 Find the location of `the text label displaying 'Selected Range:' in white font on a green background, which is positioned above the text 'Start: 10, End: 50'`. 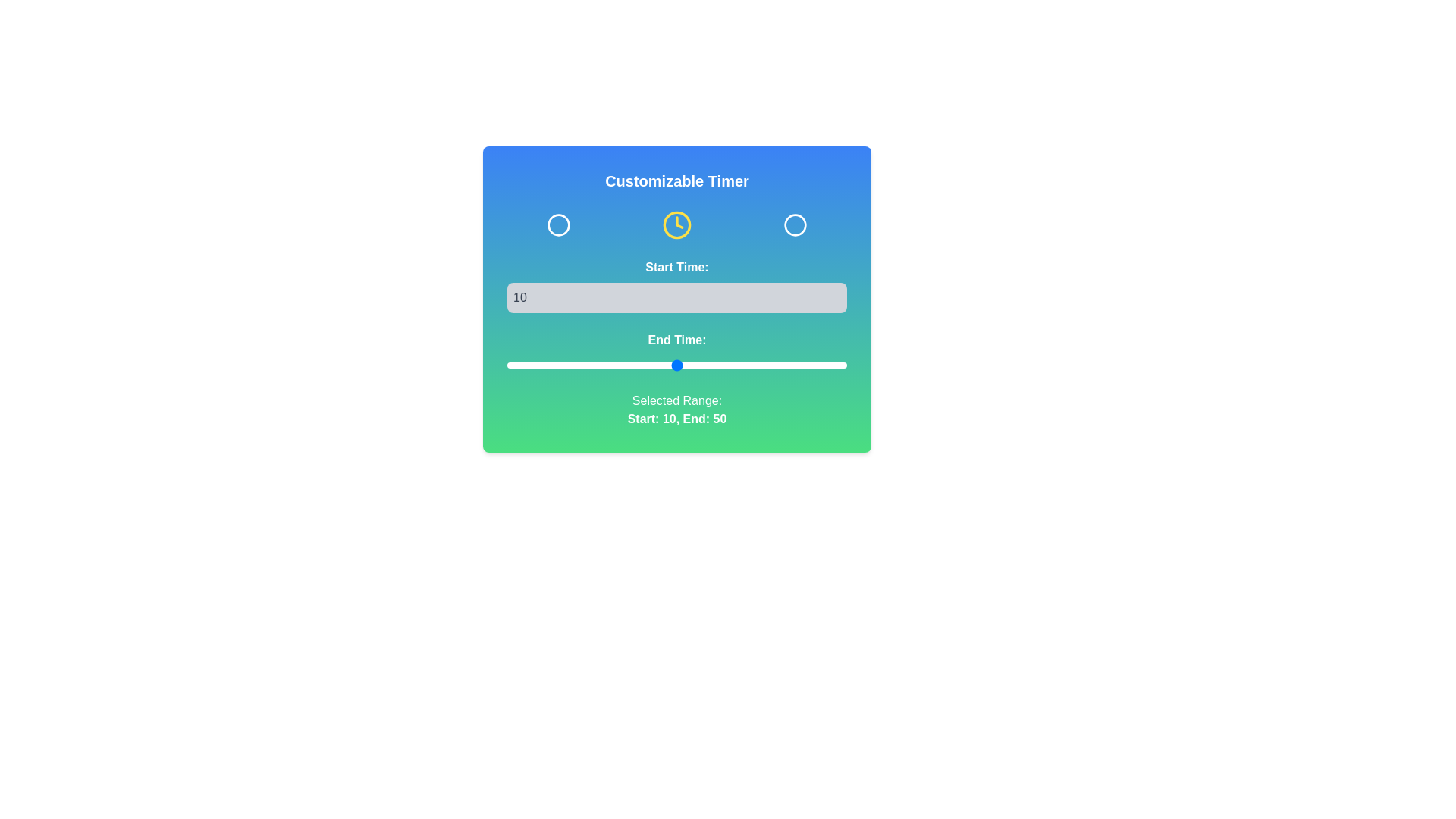

the text label displaying 'Selected Range:' in white font on a green background, which is positioned above the text 'Start: 10, End: 50' is located at coordinates (676, 400).